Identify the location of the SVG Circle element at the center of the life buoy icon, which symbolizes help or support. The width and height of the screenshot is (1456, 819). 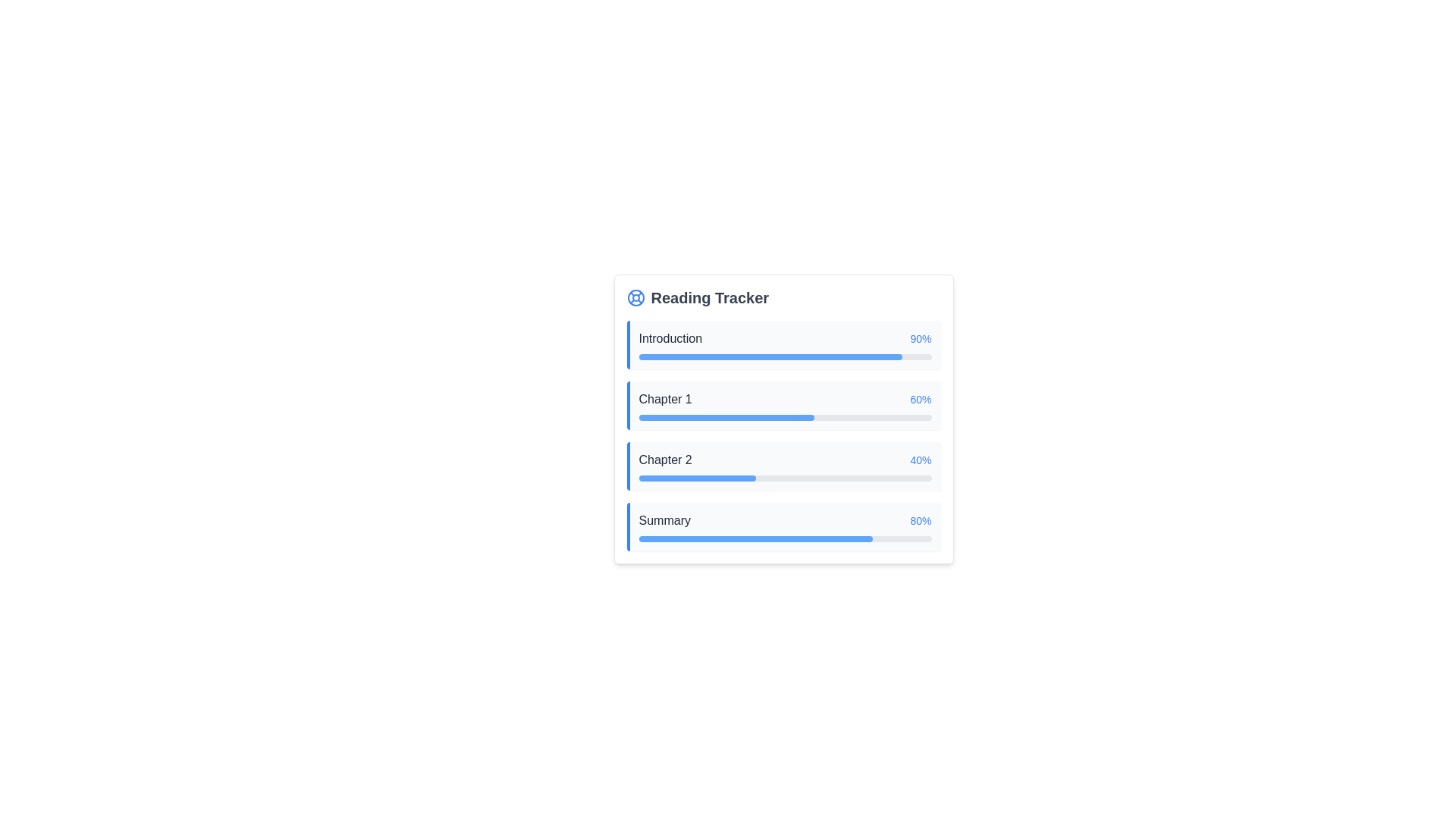
(635, 298).